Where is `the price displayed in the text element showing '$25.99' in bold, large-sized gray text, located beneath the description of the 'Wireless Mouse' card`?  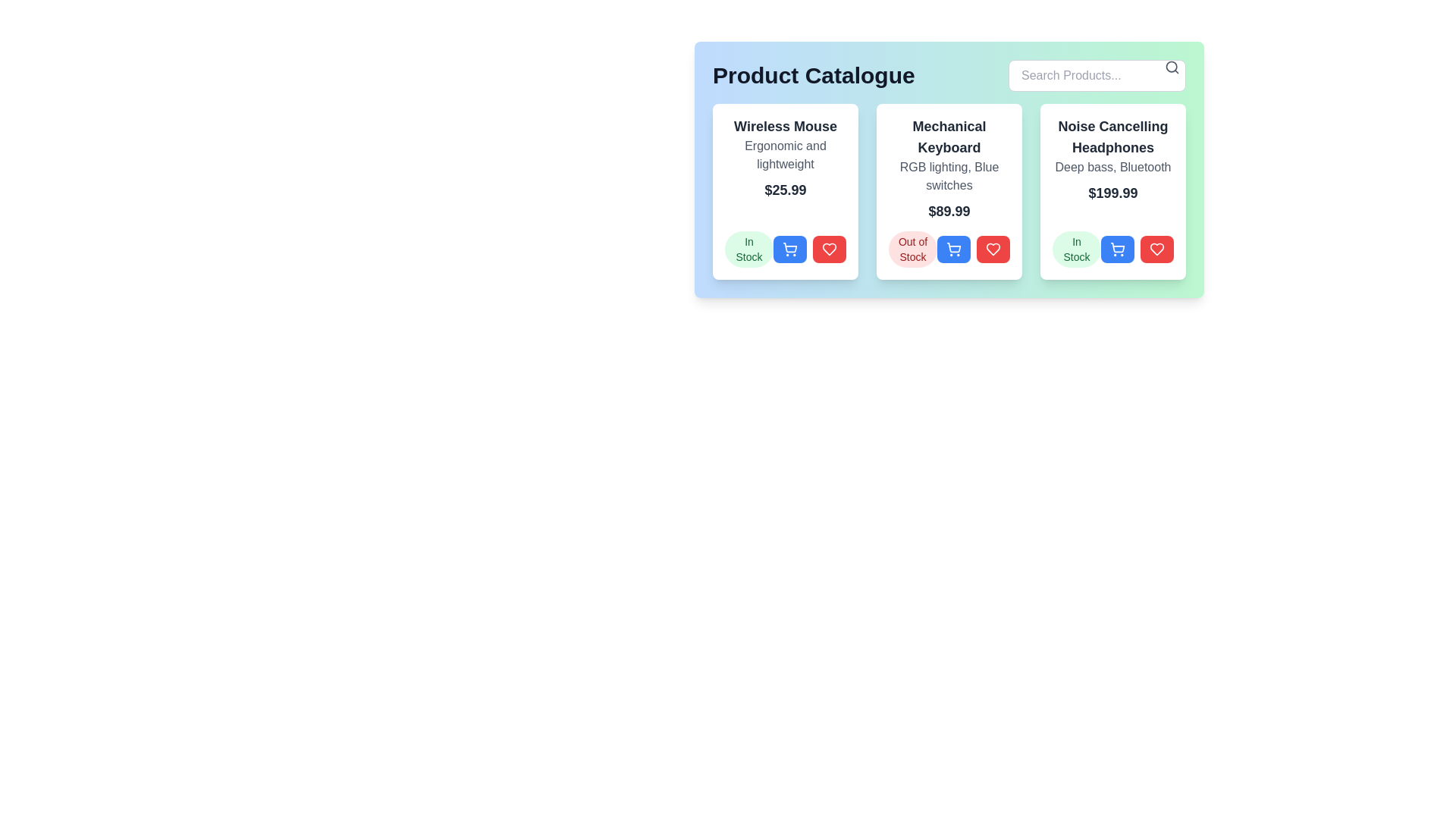
the price displayed in the text element showing '$25.99' in bold, large-sized gray text, located beneath the description of the 'Wireless Mouse' card is located at coordinates (786, 189).